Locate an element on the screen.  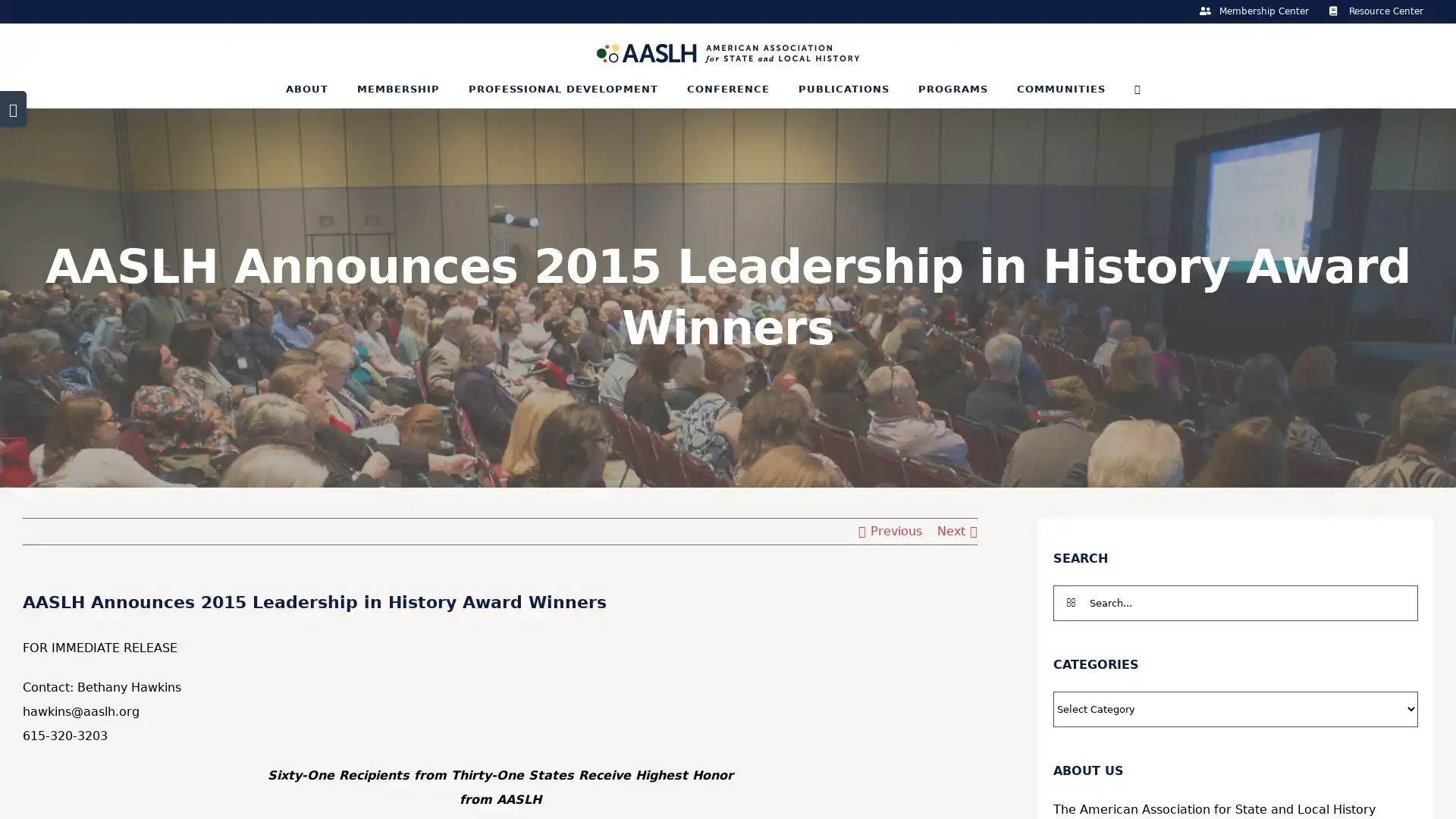
Search is located at coordinates (1070, 602).